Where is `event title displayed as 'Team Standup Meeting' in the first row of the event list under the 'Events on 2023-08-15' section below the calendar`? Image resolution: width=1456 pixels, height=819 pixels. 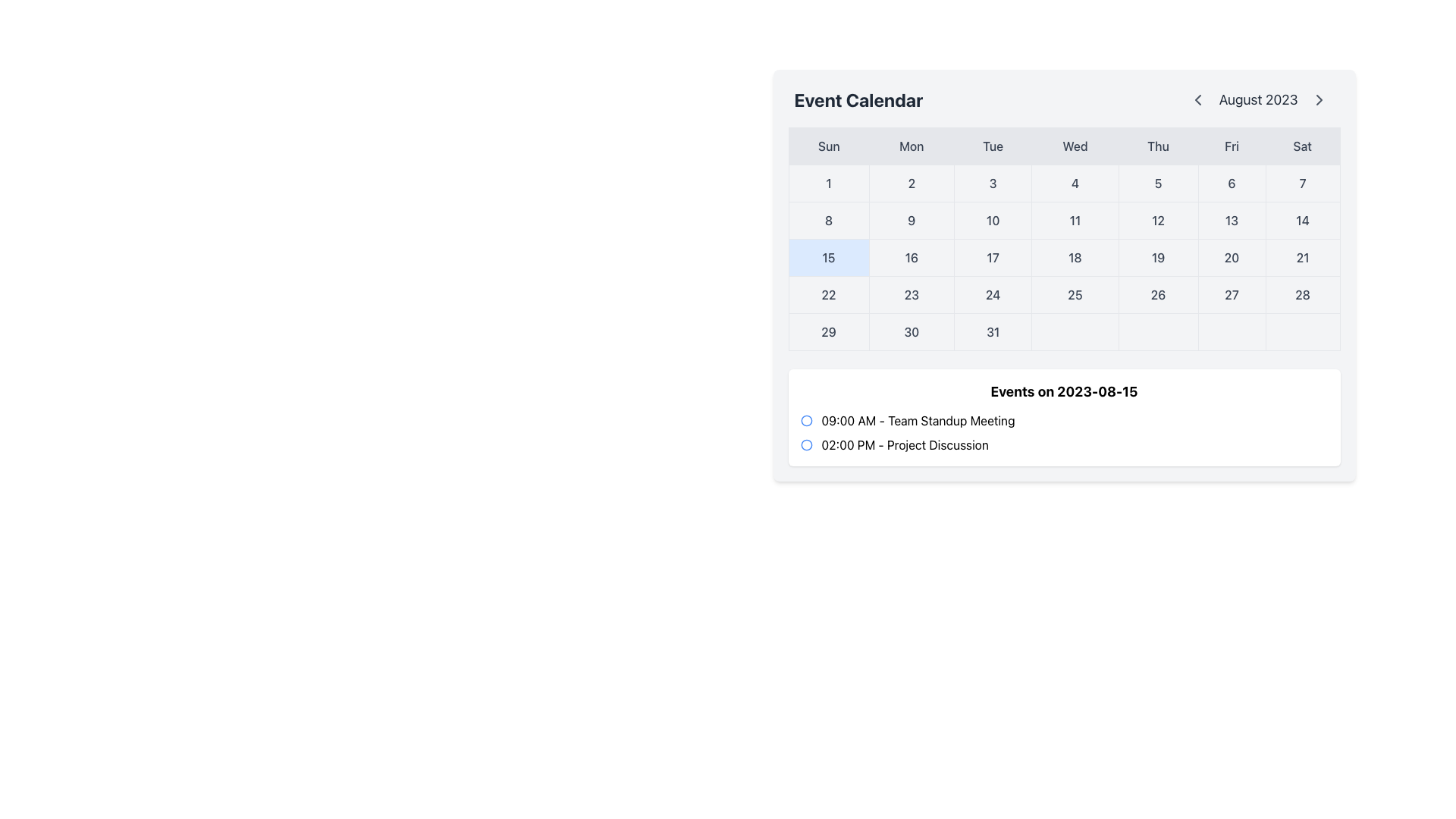
event title displayed as 'Team Standup Meeting' in the first row of the event list under the 'Events on 2023-08-15' section below the calendar is located at coordinates (917, 421).